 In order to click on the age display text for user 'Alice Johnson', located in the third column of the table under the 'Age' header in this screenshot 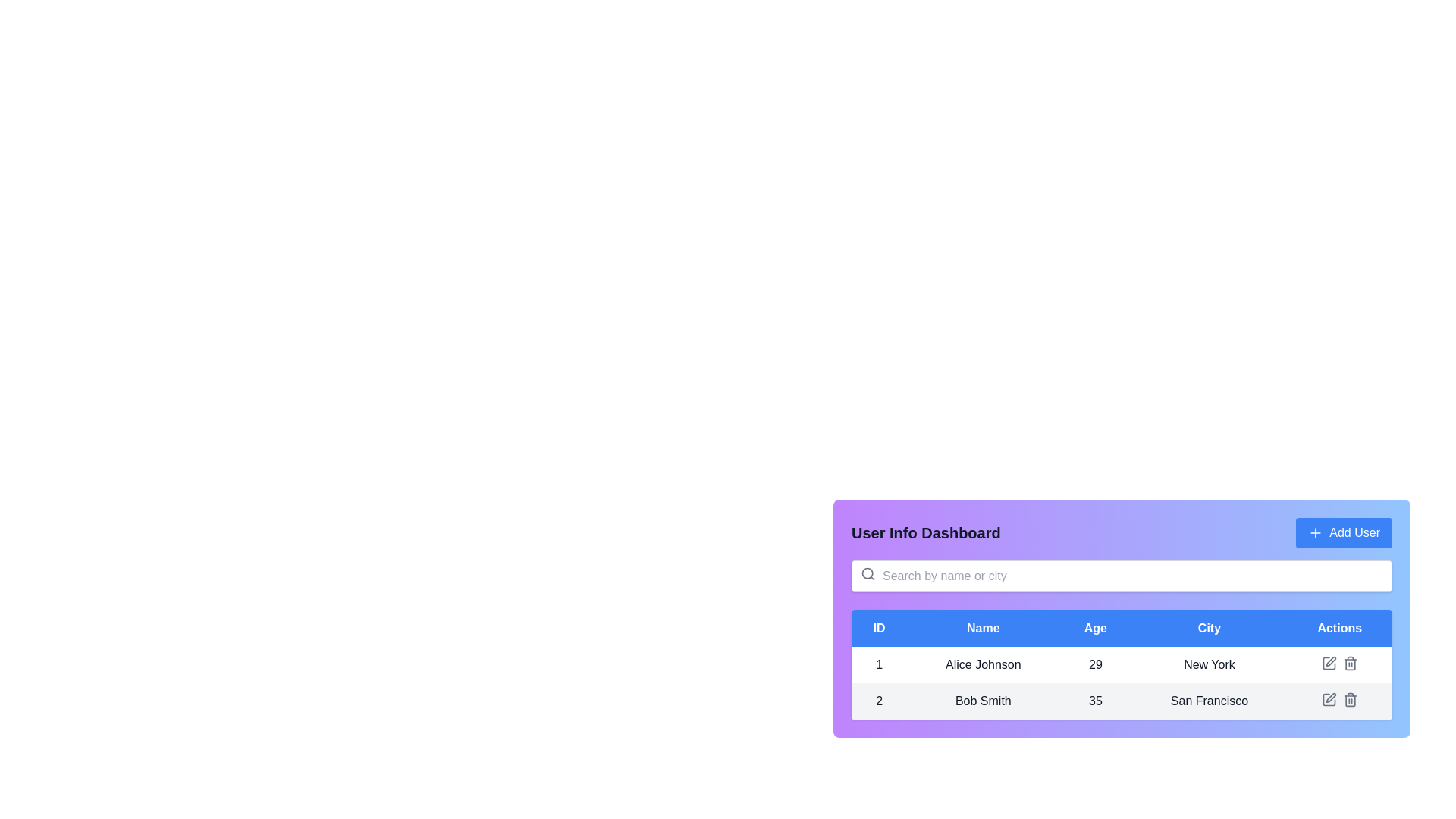, I will do `click(1095, 664)`.